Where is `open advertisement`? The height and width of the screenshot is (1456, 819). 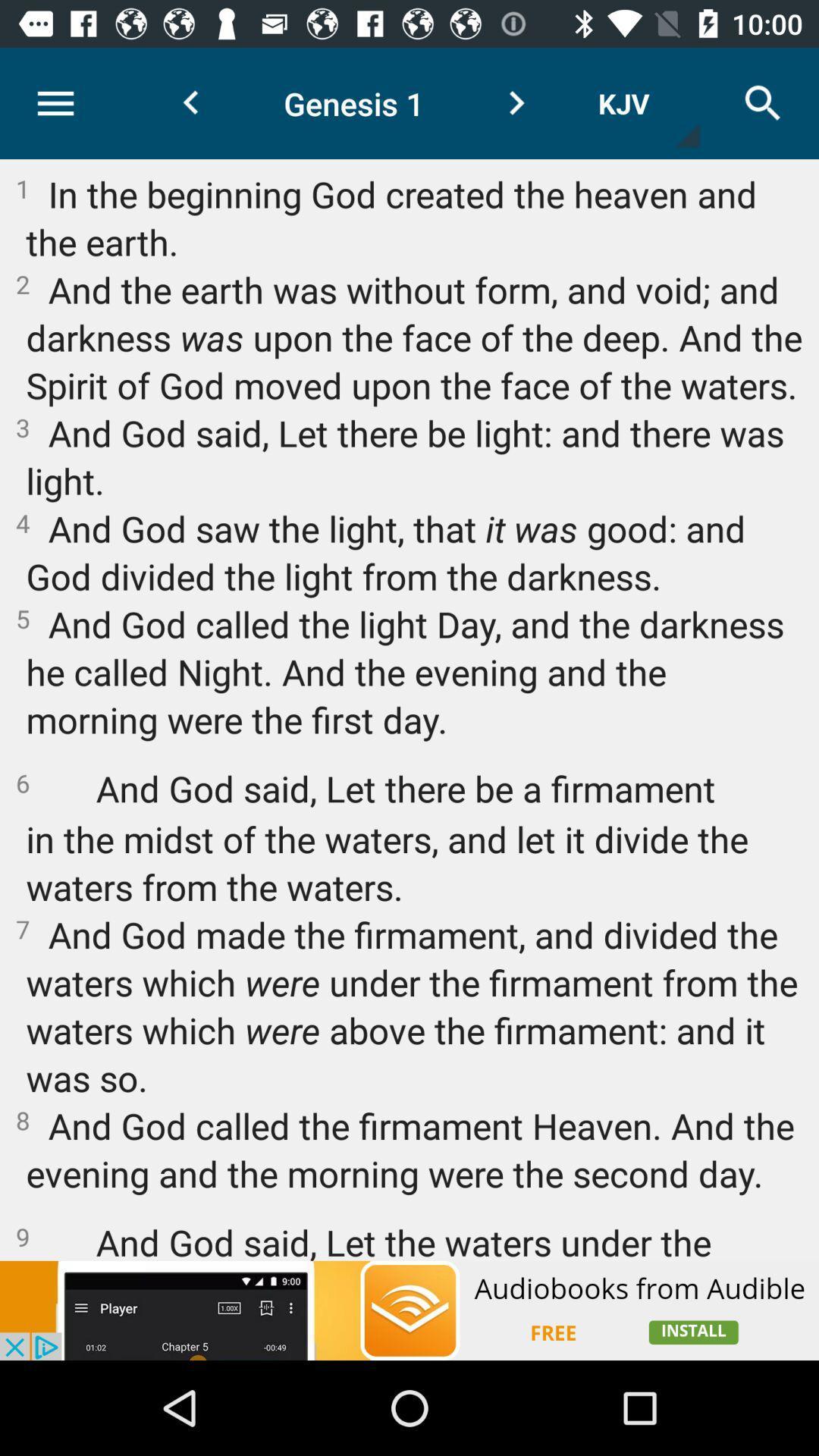 open advertisement is located at coordinates (409, 1310).